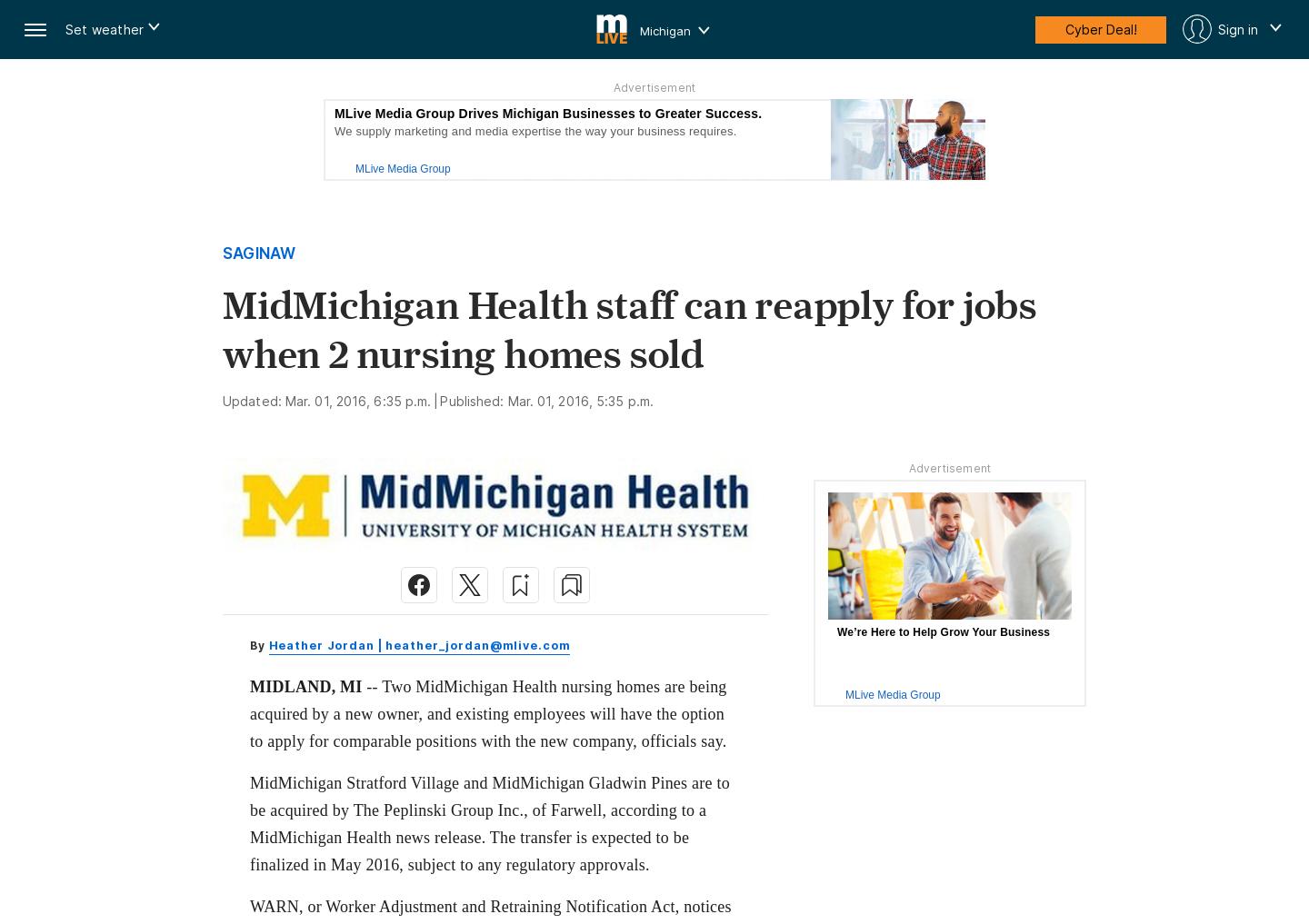 Image resolution: width=1309 pixels, height=924 pixels. What do you see at coordinates (450, 866) in the screenshot?
I see `'Already a subscriber?'` at bounding box center [450, 866].